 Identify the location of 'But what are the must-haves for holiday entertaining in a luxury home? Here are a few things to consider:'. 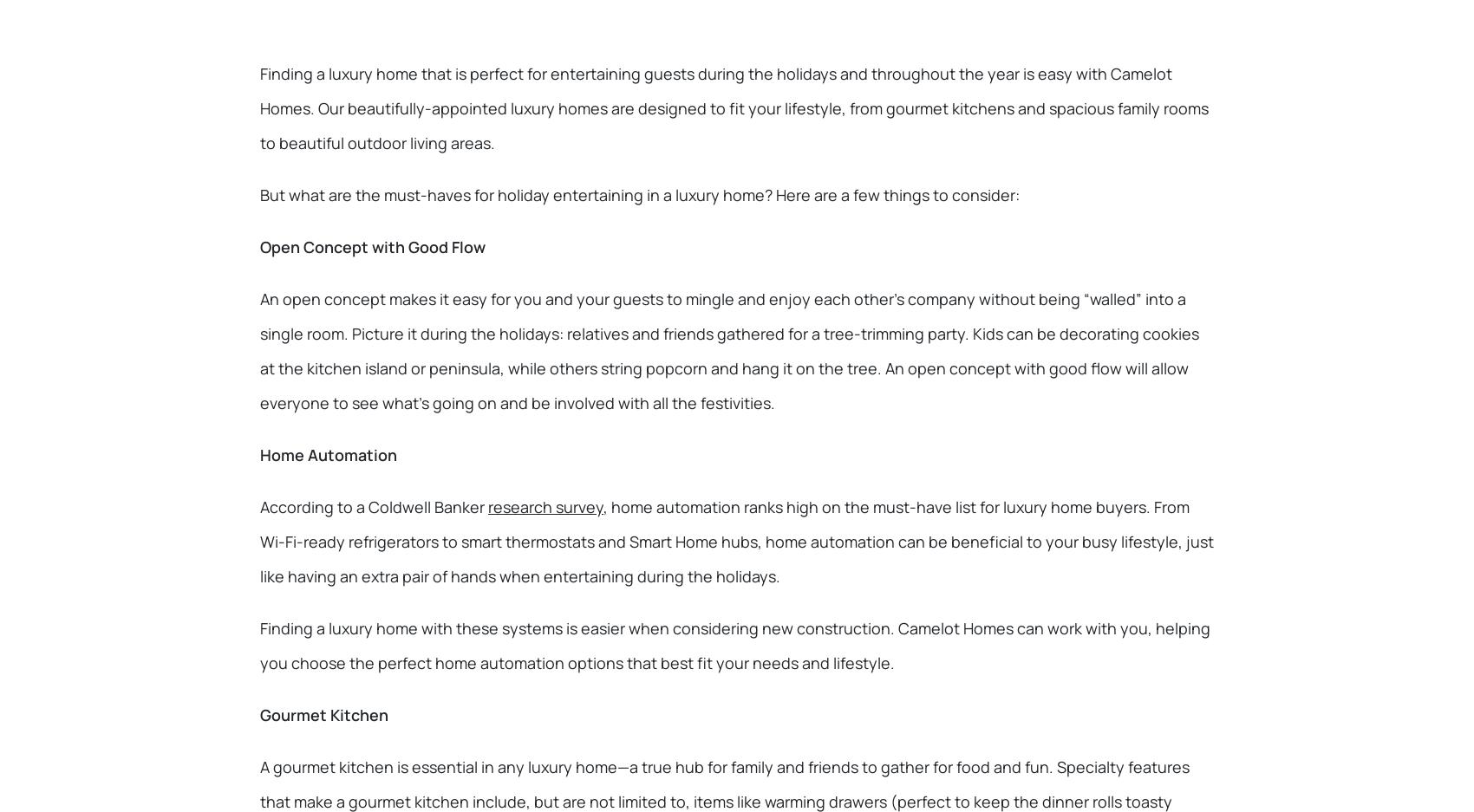
(639, 193).